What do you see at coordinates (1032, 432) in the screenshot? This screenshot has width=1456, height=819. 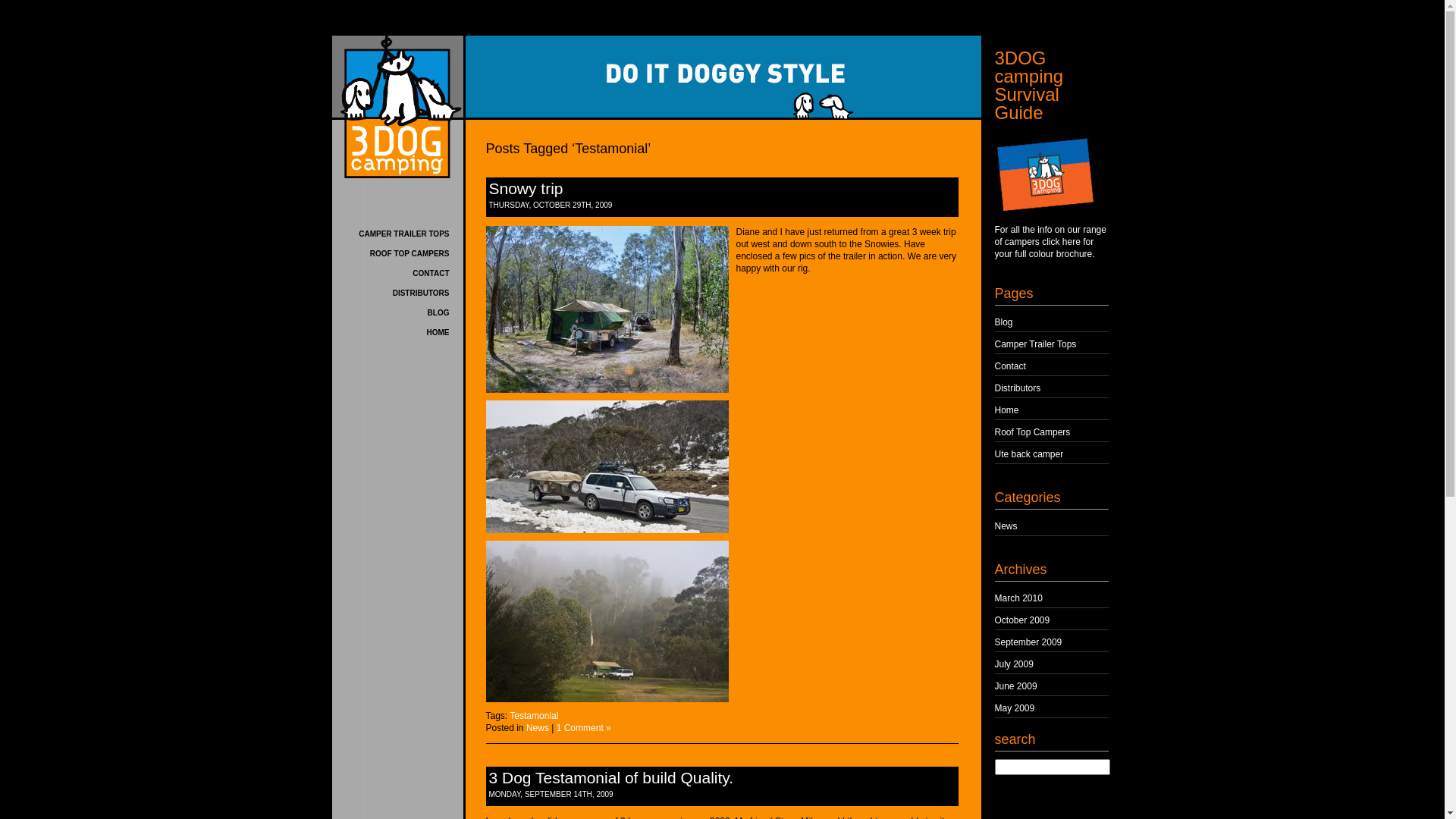 I see `'Roof Top Campers'` at bounding box center [1032, 432].